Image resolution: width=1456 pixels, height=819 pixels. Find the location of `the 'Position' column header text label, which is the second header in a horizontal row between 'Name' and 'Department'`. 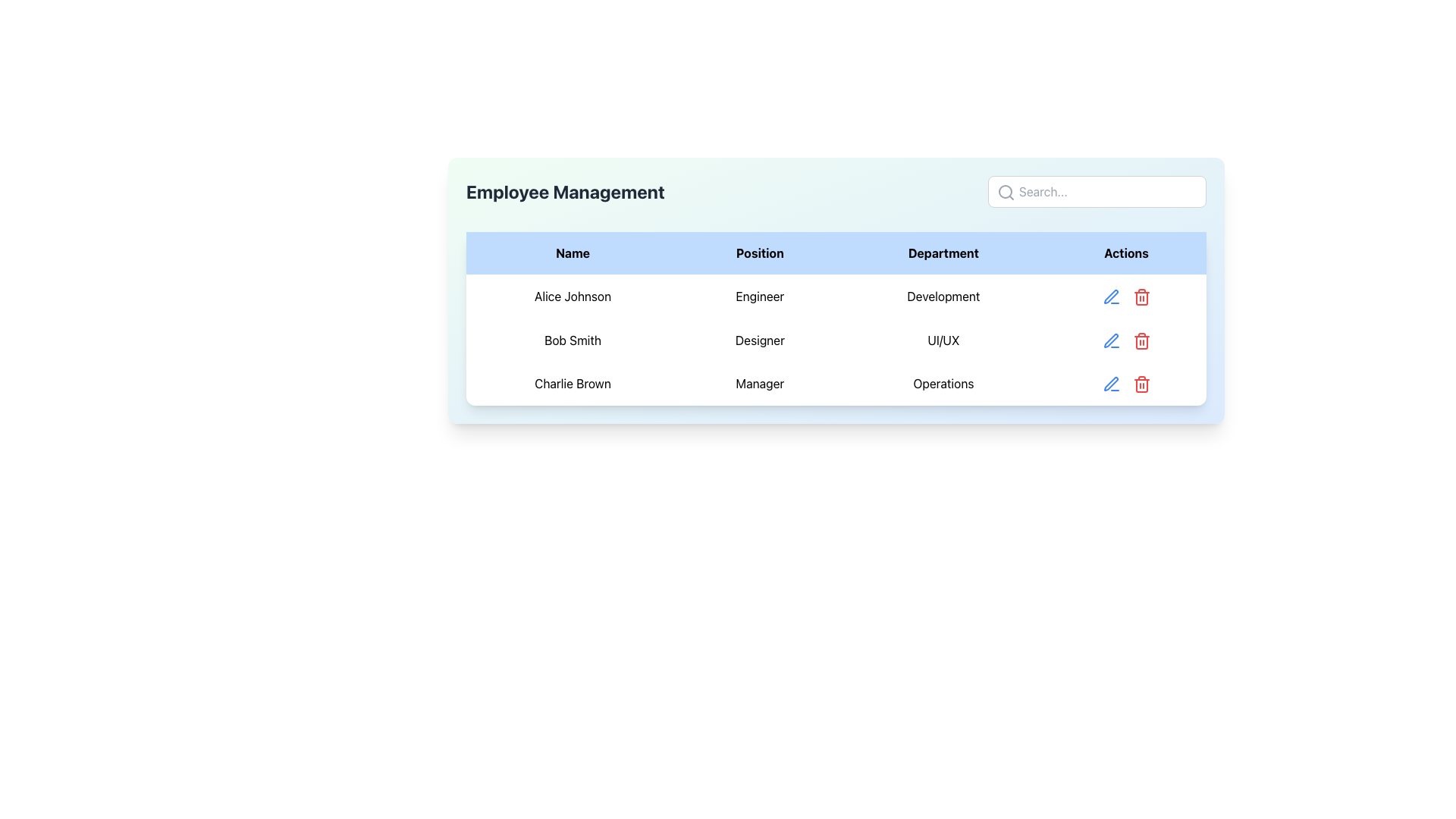

the 'Position' column header text label, which is the second header in a horizontal row between 'Name' and 'Department' is located at coordinates (760, 253).